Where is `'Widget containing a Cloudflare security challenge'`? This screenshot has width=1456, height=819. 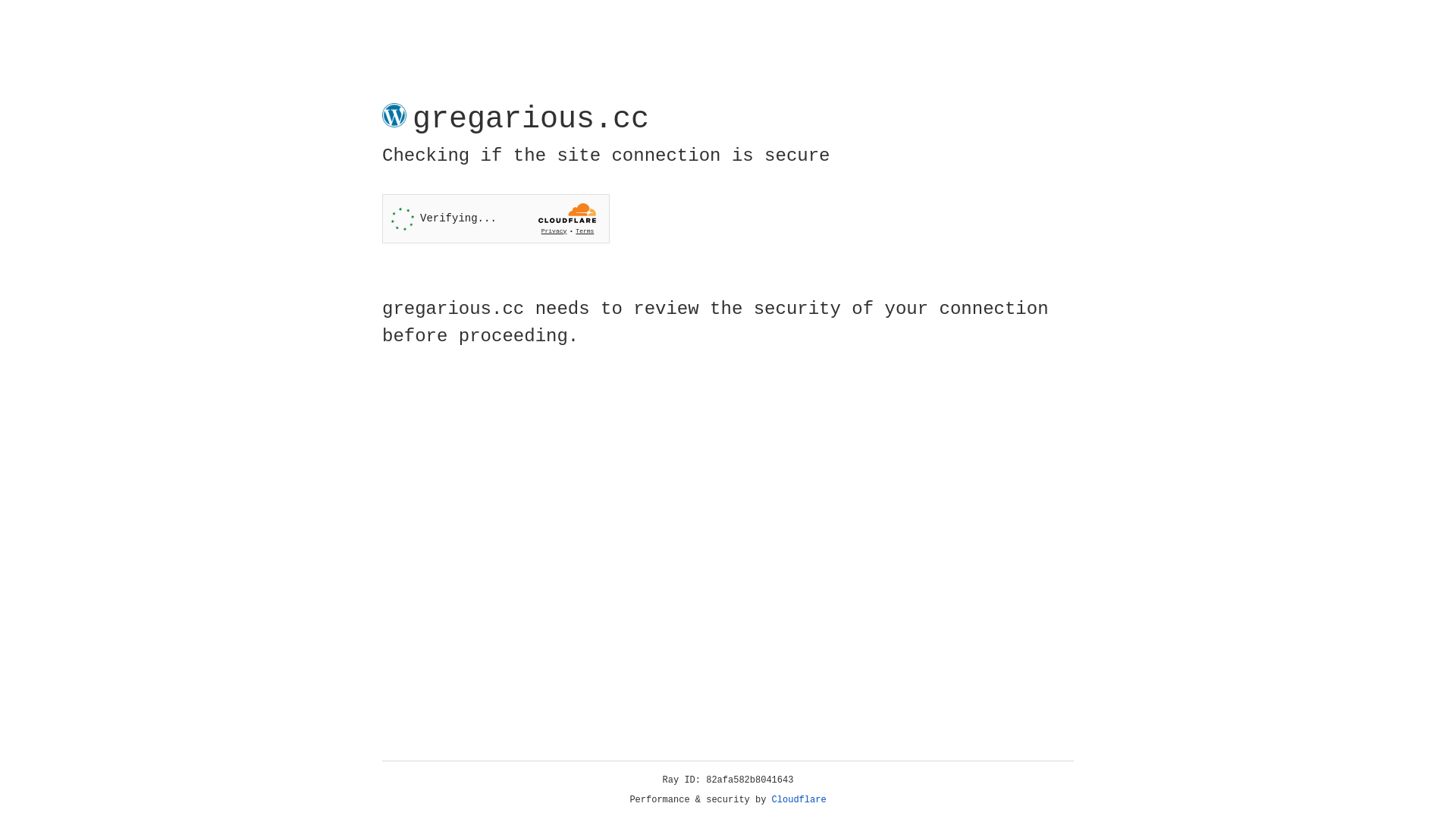
'Widget containing a Cloudflare security challenge' is located at coordinates (495, 218).